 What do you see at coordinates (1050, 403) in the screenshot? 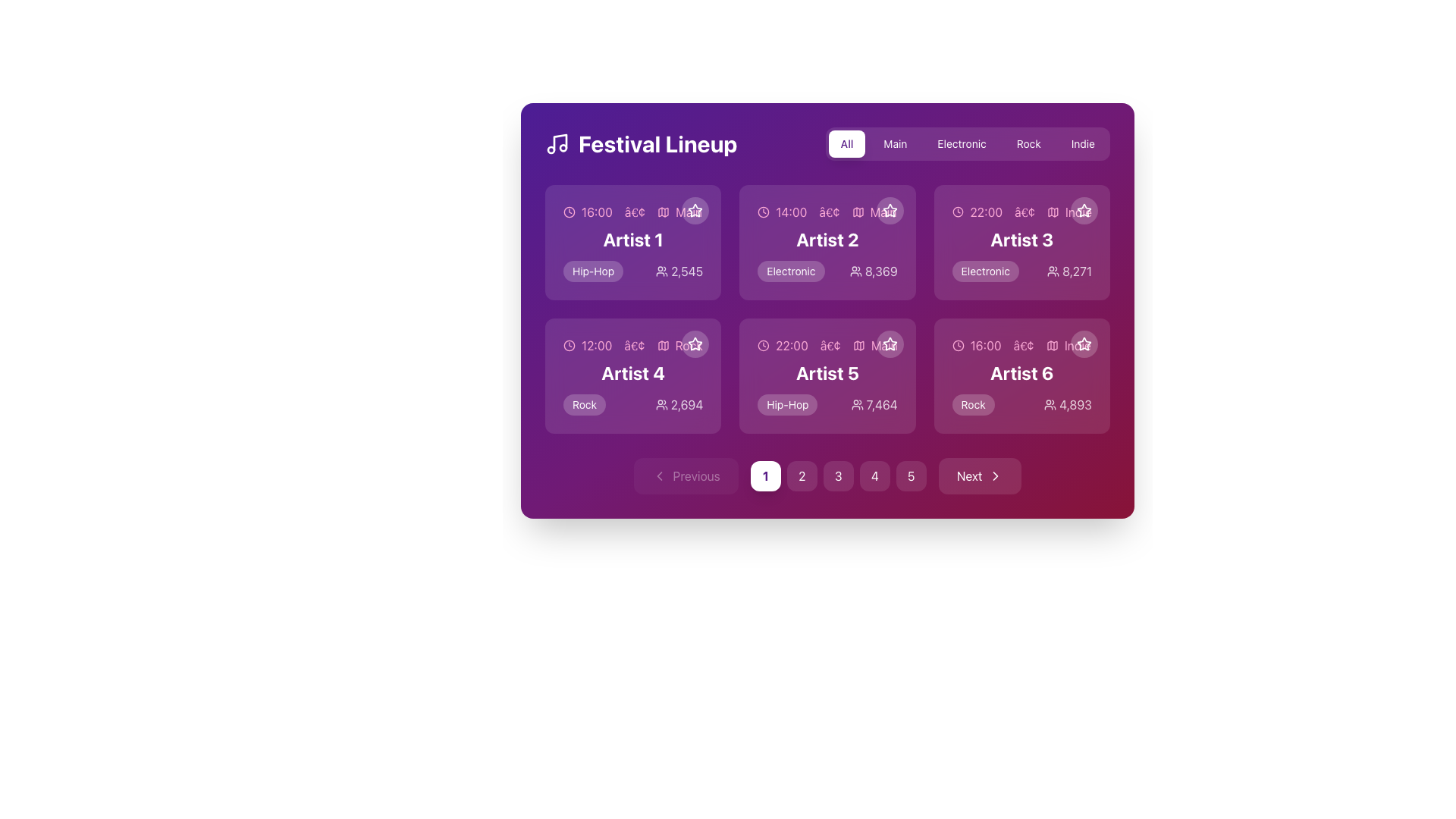
I see `the icon representing user engagements for 'Artist 6' located in the bottom right section of the main grid layout` at bounding box center [1050, 403].